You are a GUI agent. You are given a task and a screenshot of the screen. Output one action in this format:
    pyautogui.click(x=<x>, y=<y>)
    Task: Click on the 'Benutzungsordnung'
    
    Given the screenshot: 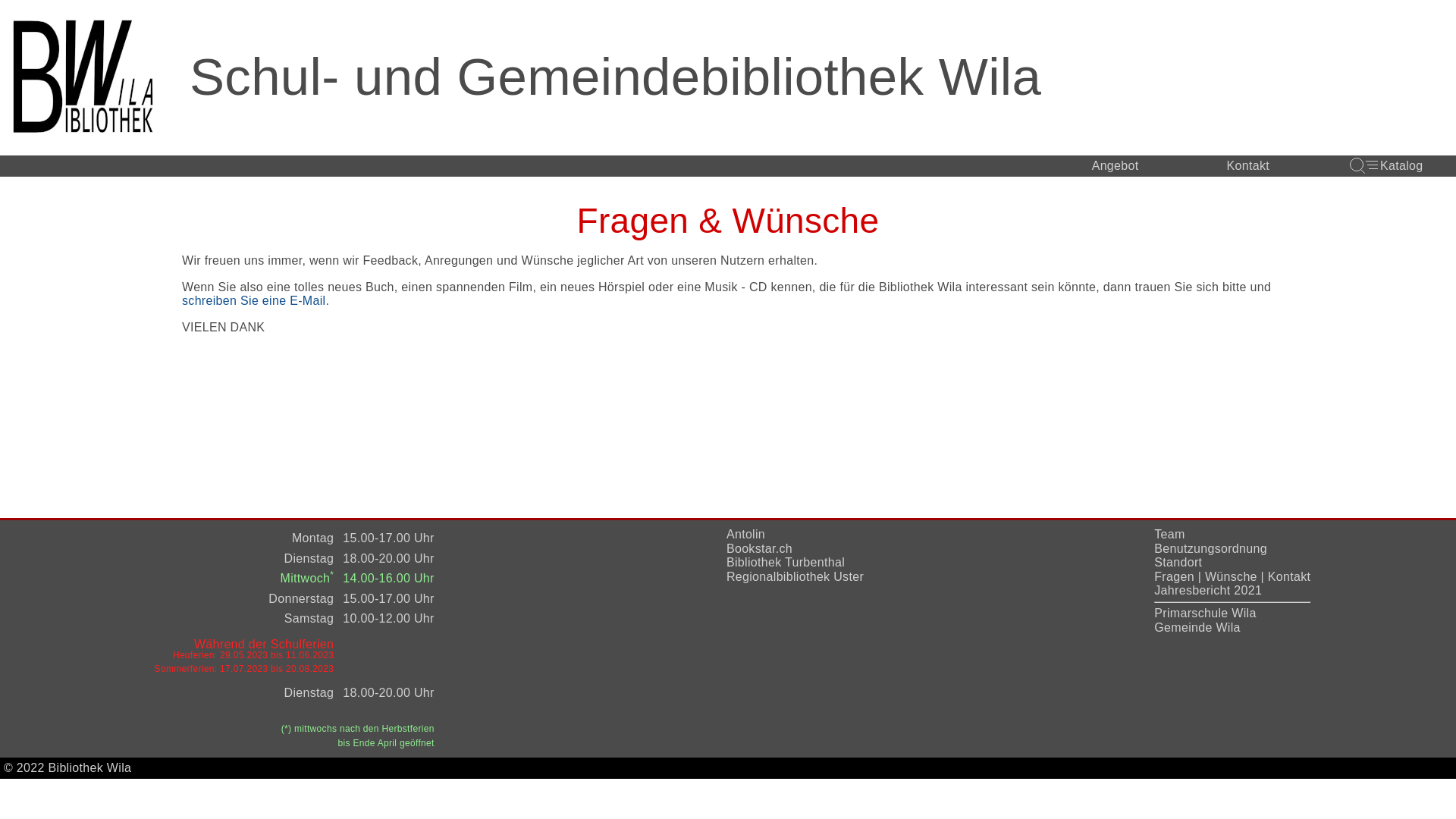 What is the action you would take?
    pyautogui.click(x=1210, y=548)
    